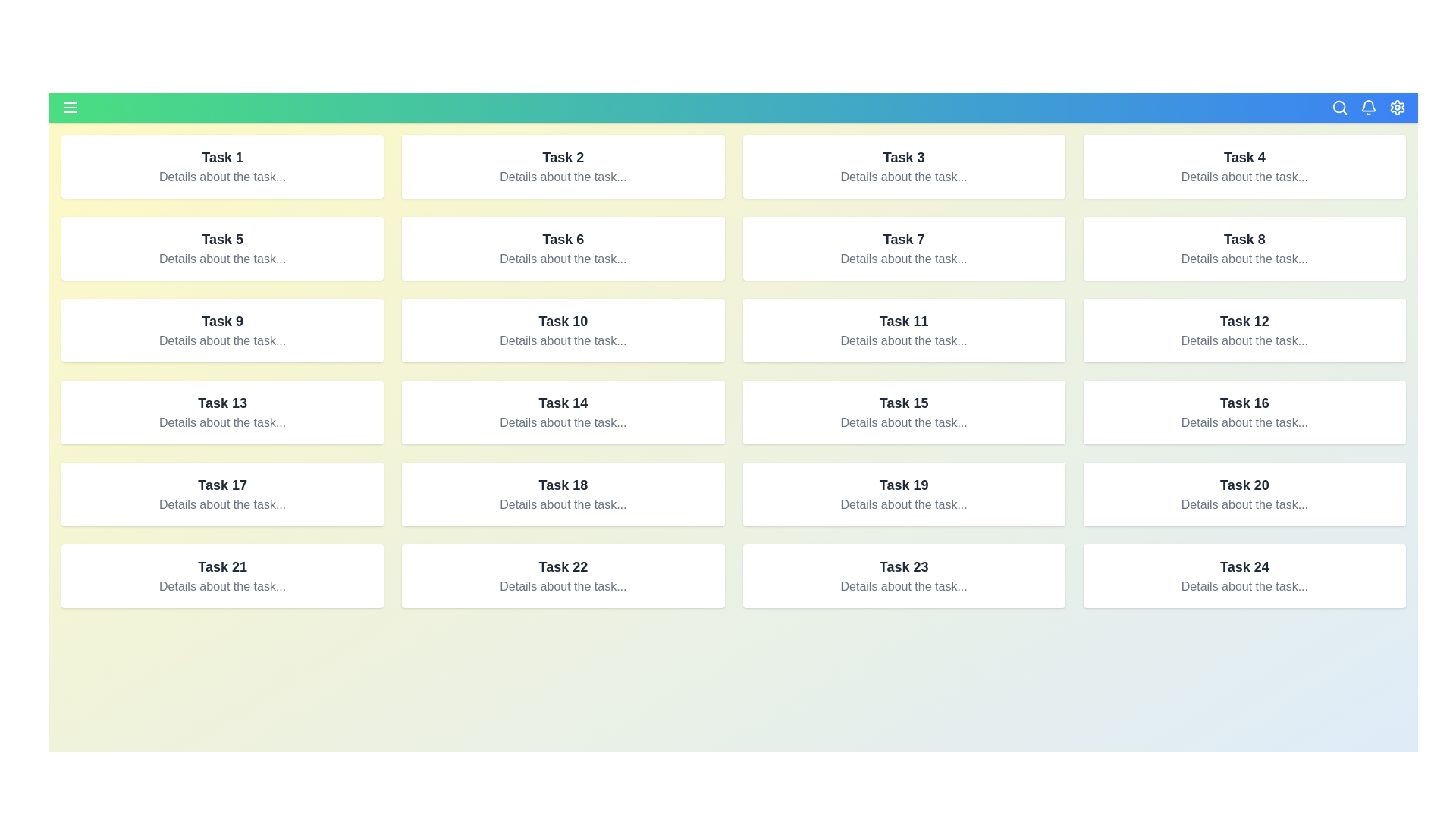  I want to click on the settings icon to access the settings menu, so click(1397, 107).